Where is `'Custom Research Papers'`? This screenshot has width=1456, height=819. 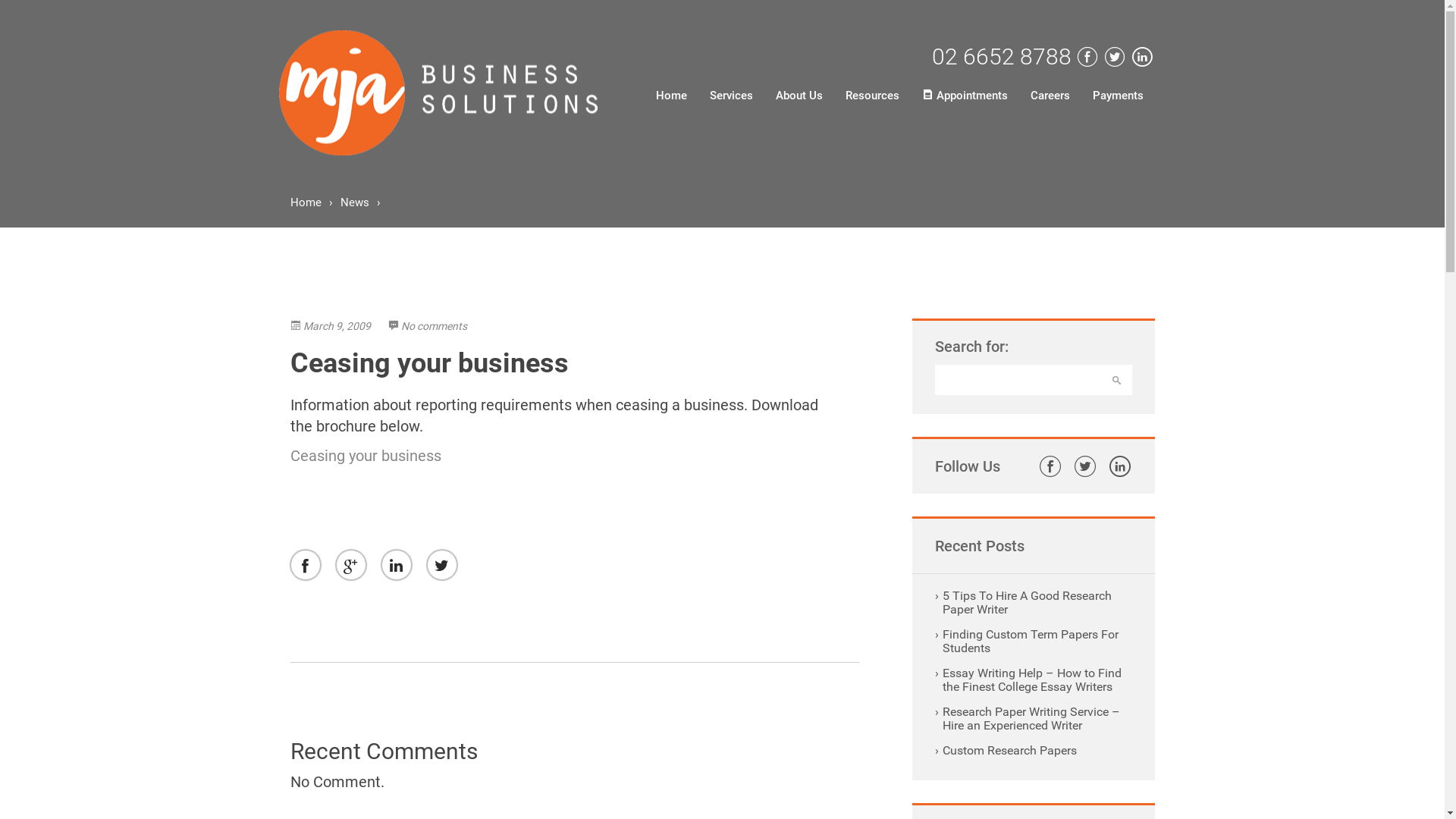
'Custom Research Papers' is located at coordinates (941, 749).